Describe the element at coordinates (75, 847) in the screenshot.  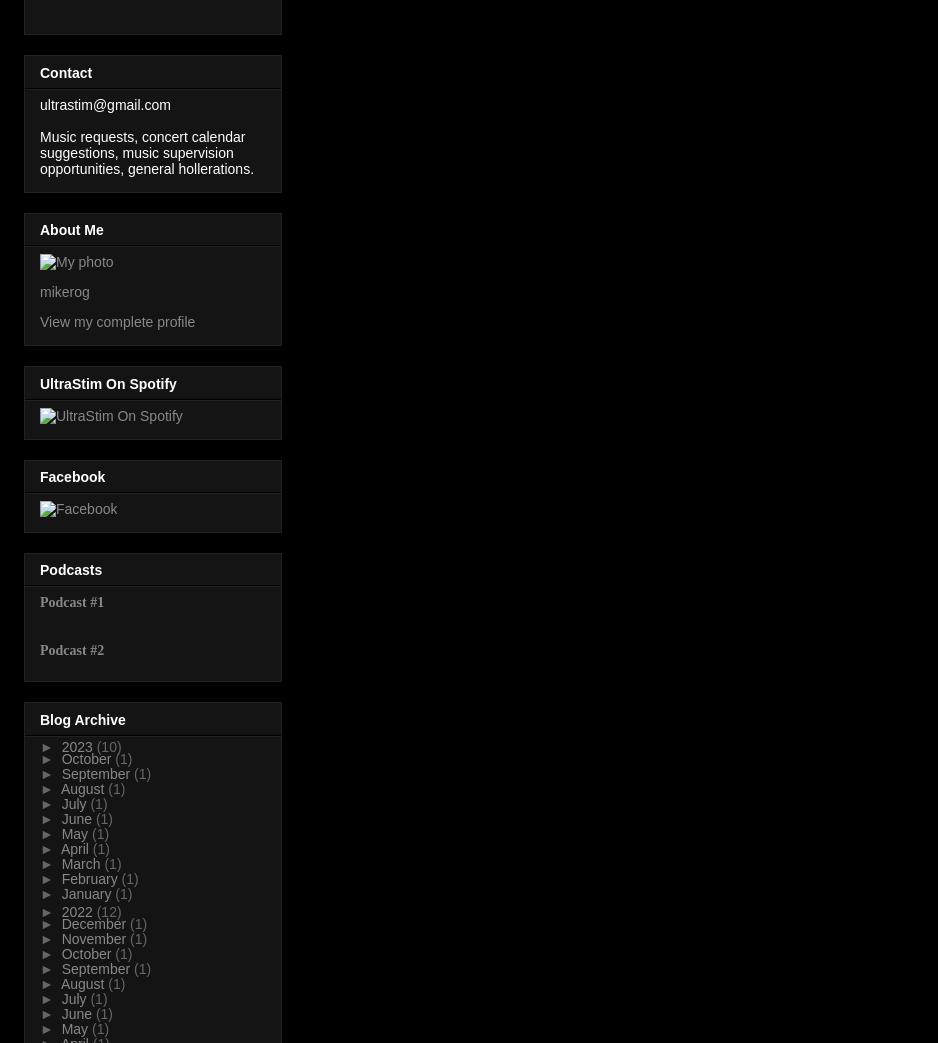
I see `'April'` at that location.